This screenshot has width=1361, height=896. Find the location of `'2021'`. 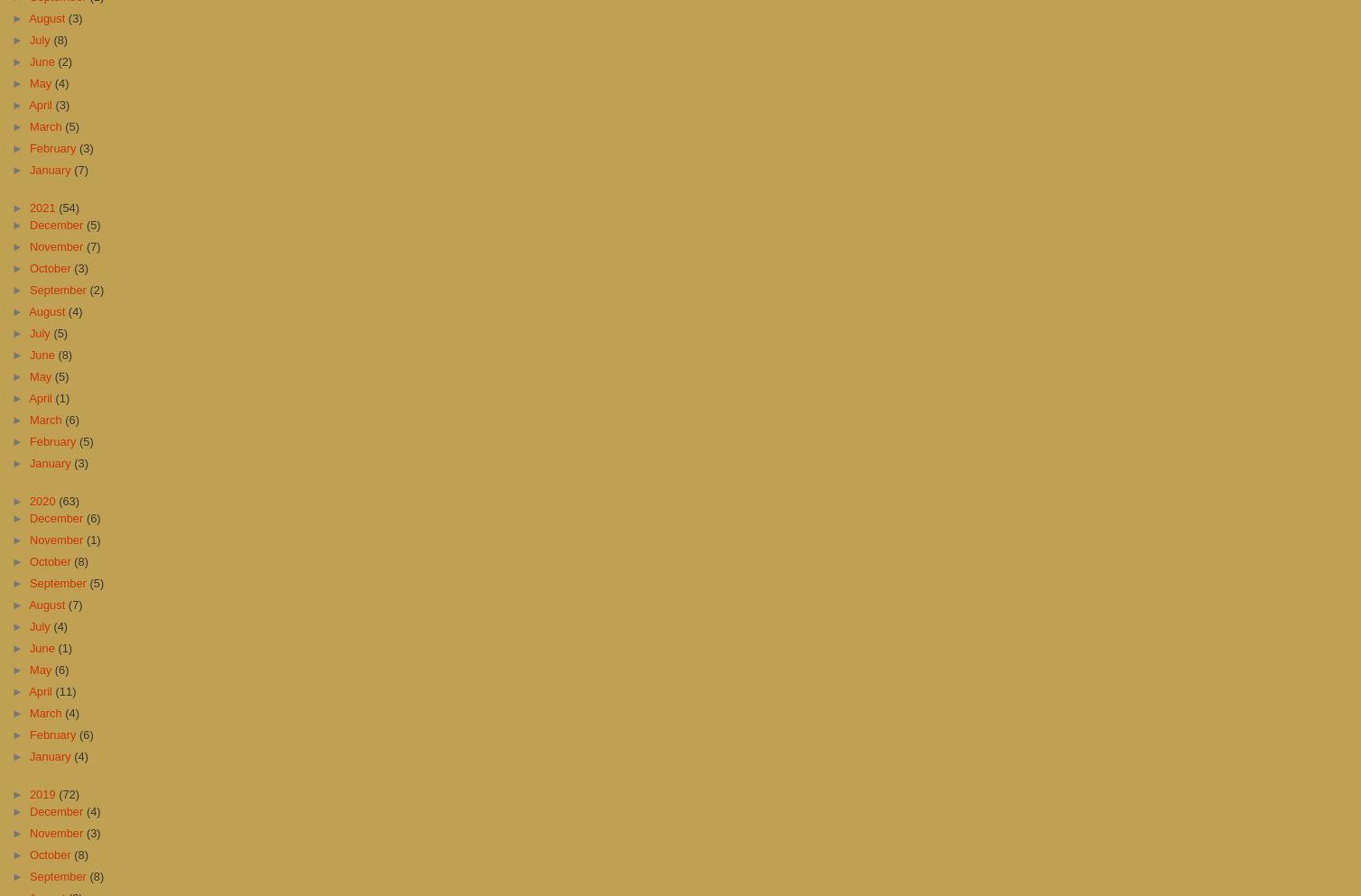

'2021' is located at coordinates (43, 207).